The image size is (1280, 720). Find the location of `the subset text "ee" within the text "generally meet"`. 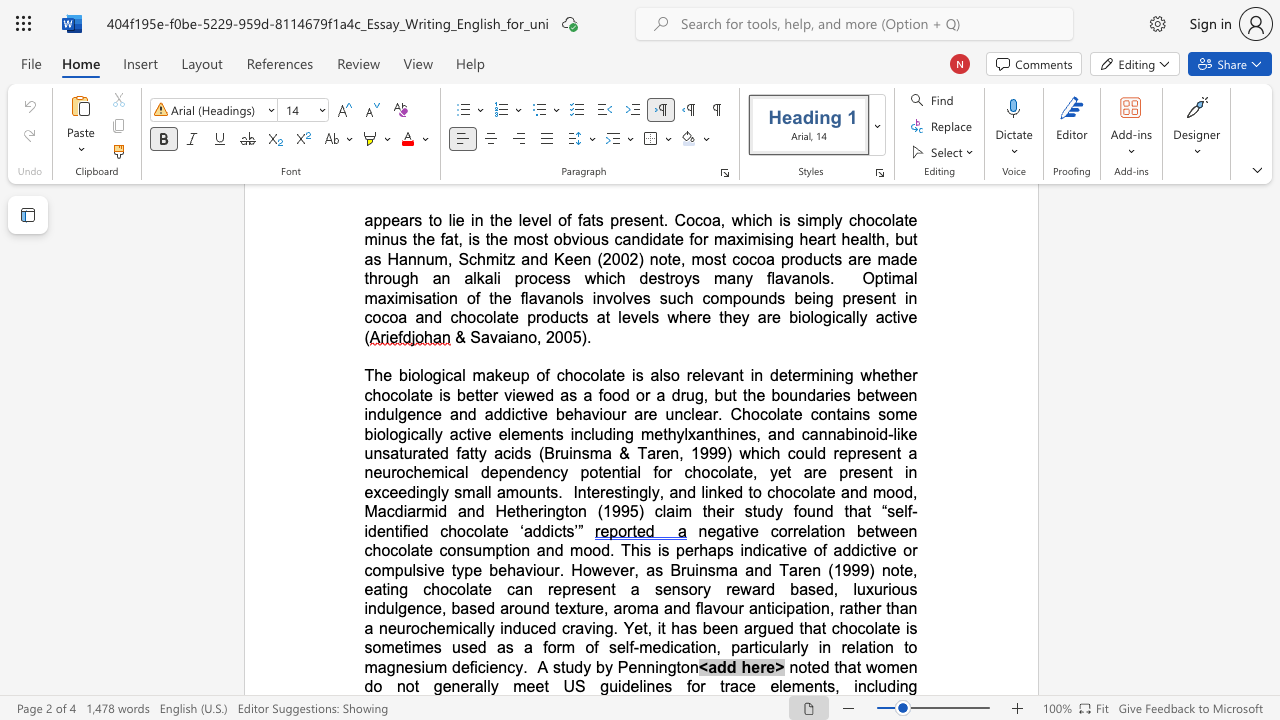

the subset text "ee" within the text "generally meet" is located at coordinates (526, 685).